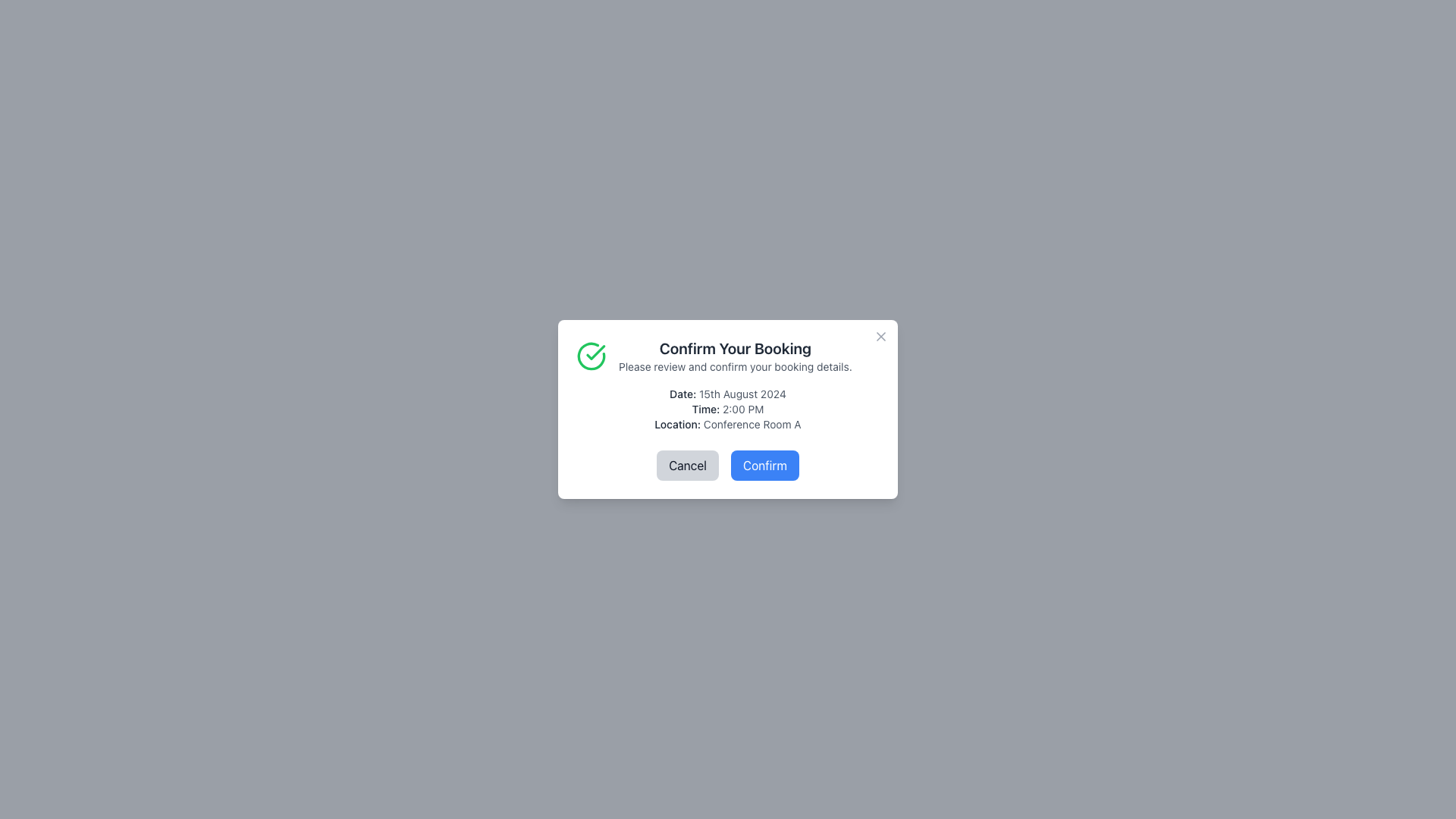 This screenshot has width=1456, height=819. I want to click on the confirmation icon located in the top-left corner of the central confirmation dialog, which symbolizes a successful confirmation action, so click(595, 353).